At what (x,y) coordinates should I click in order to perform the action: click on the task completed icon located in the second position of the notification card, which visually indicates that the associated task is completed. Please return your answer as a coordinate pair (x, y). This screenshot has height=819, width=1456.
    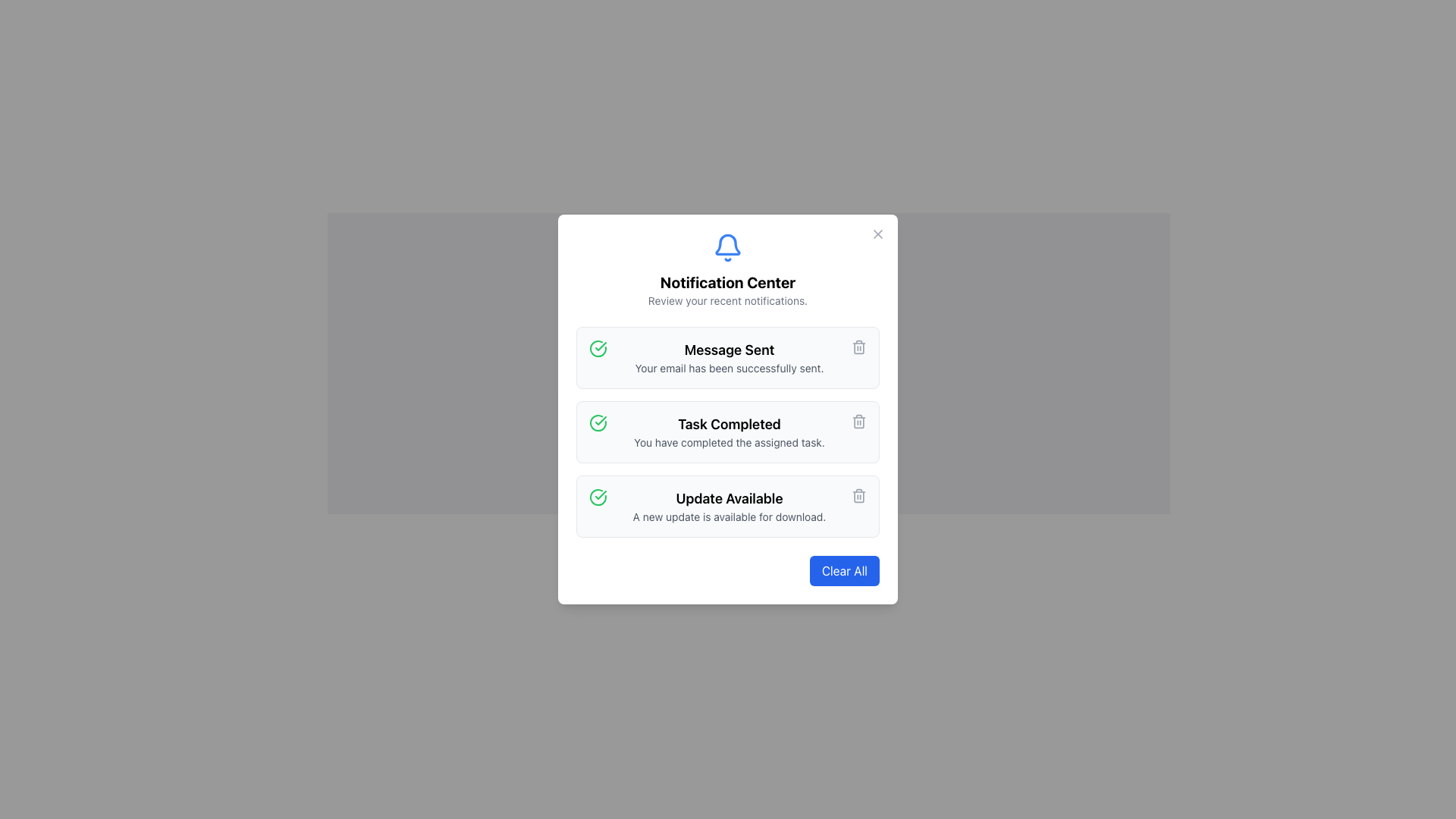
    Looking at the image, I should click on (597, 423).